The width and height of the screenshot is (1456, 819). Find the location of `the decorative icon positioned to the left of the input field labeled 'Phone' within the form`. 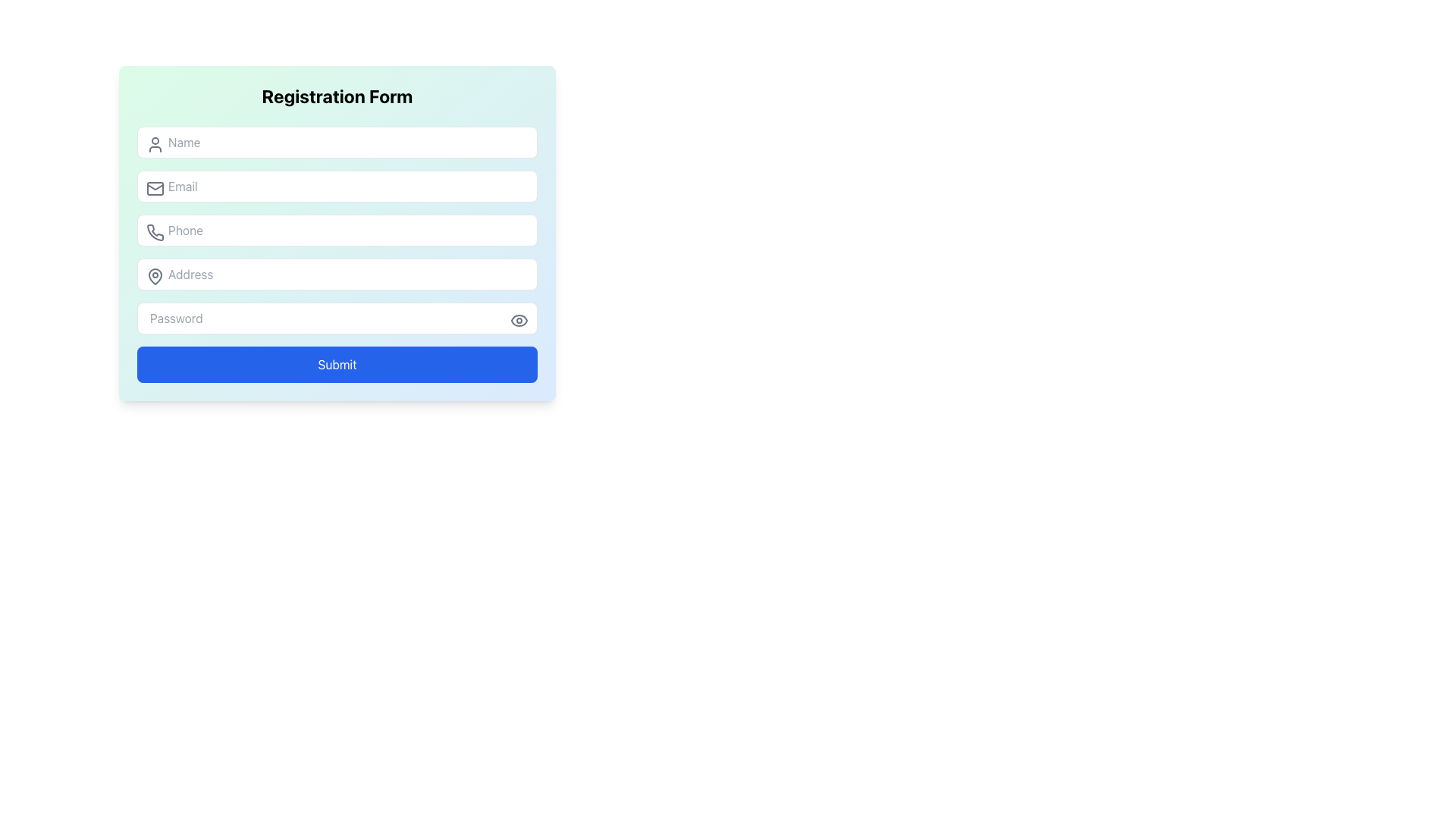

the decorative icon positioned to the left of the input field labeled 'Phone' within the form is located at coordinates (155, 233).